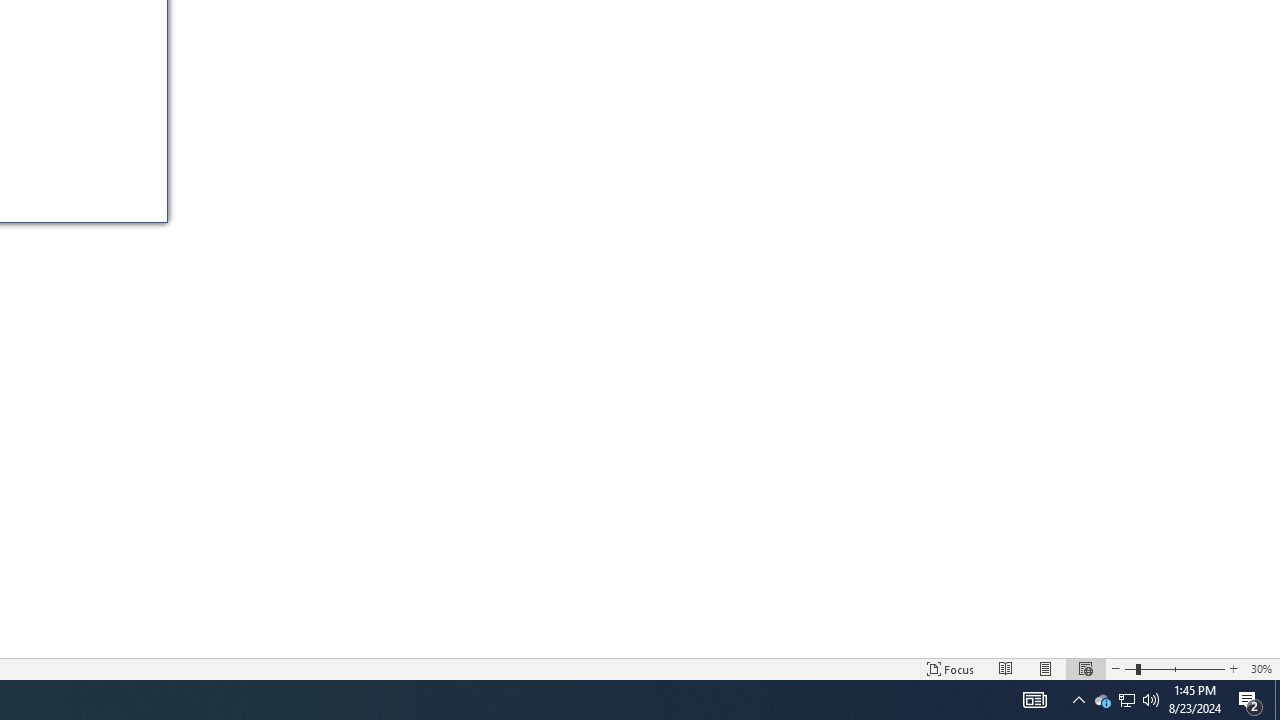  I want to click on 'Action Center, 2 new notifications', so click(1250, 698).